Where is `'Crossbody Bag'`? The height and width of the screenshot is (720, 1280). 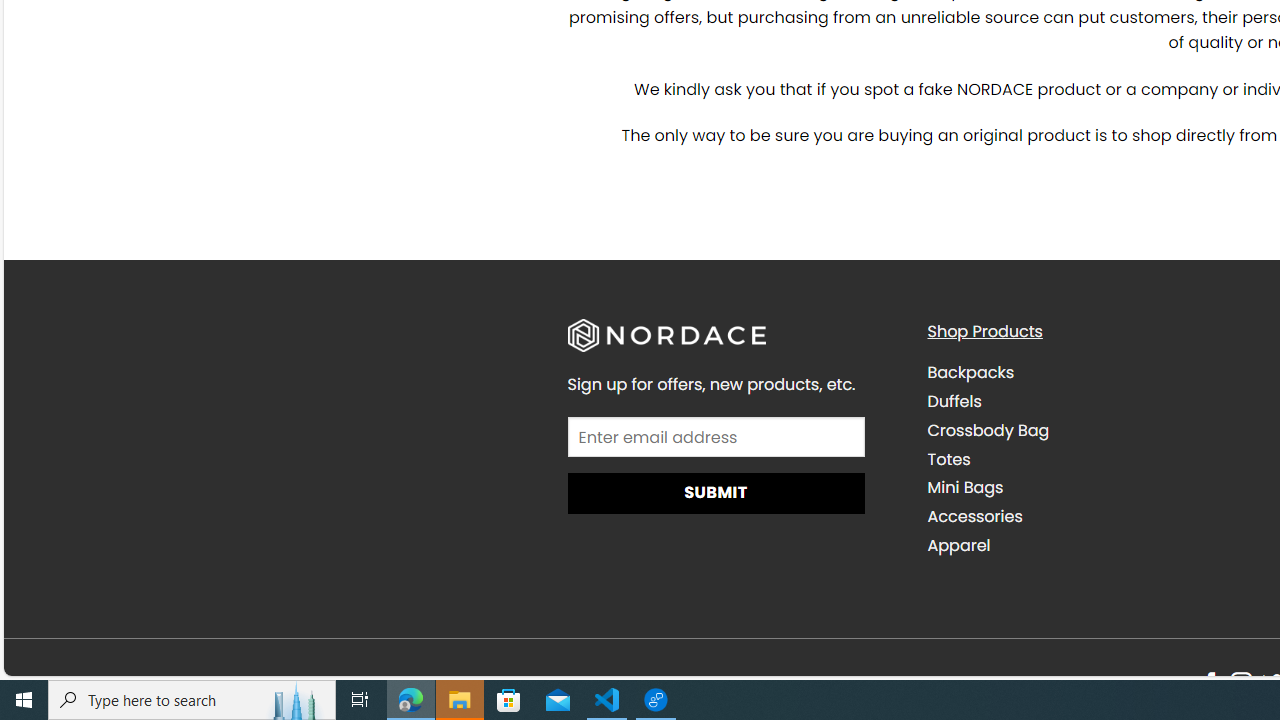 'Crossbody Bag' is located at coordinates (1091, 429).